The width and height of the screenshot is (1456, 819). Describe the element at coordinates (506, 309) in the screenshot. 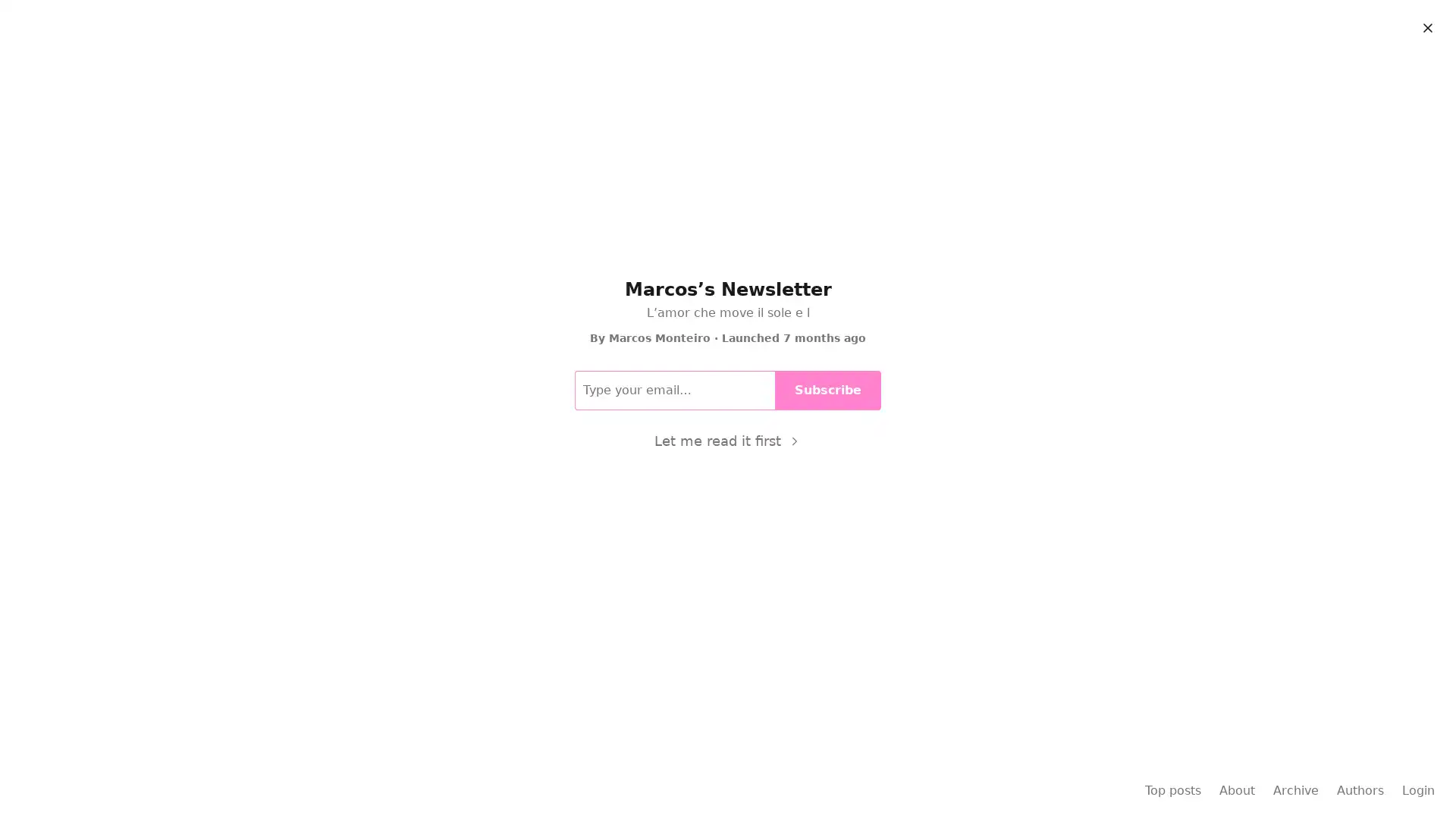

I see `Like this post` at that location.